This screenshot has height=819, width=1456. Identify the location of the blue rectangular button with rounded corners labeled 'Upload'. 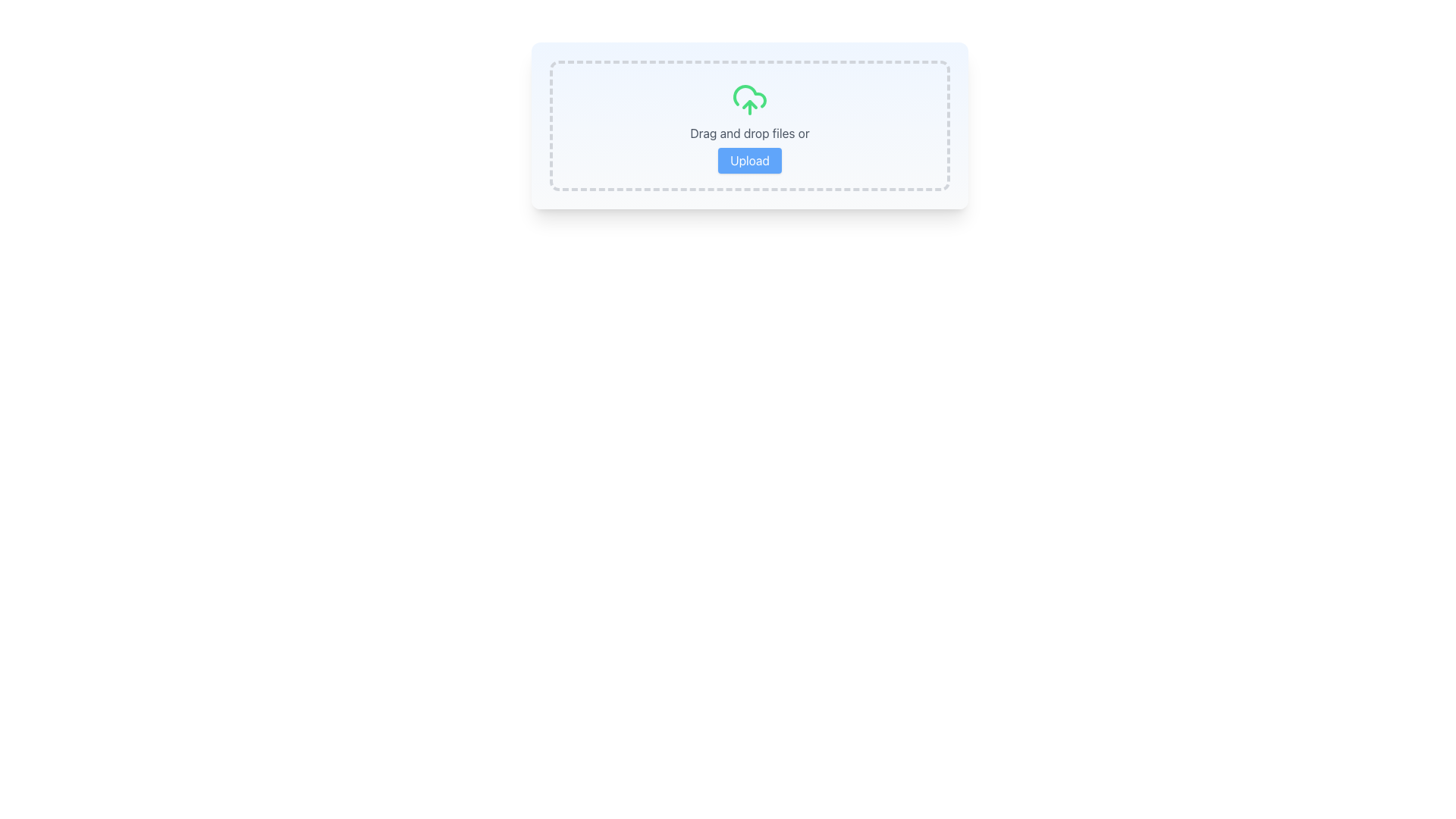
(749, 161).